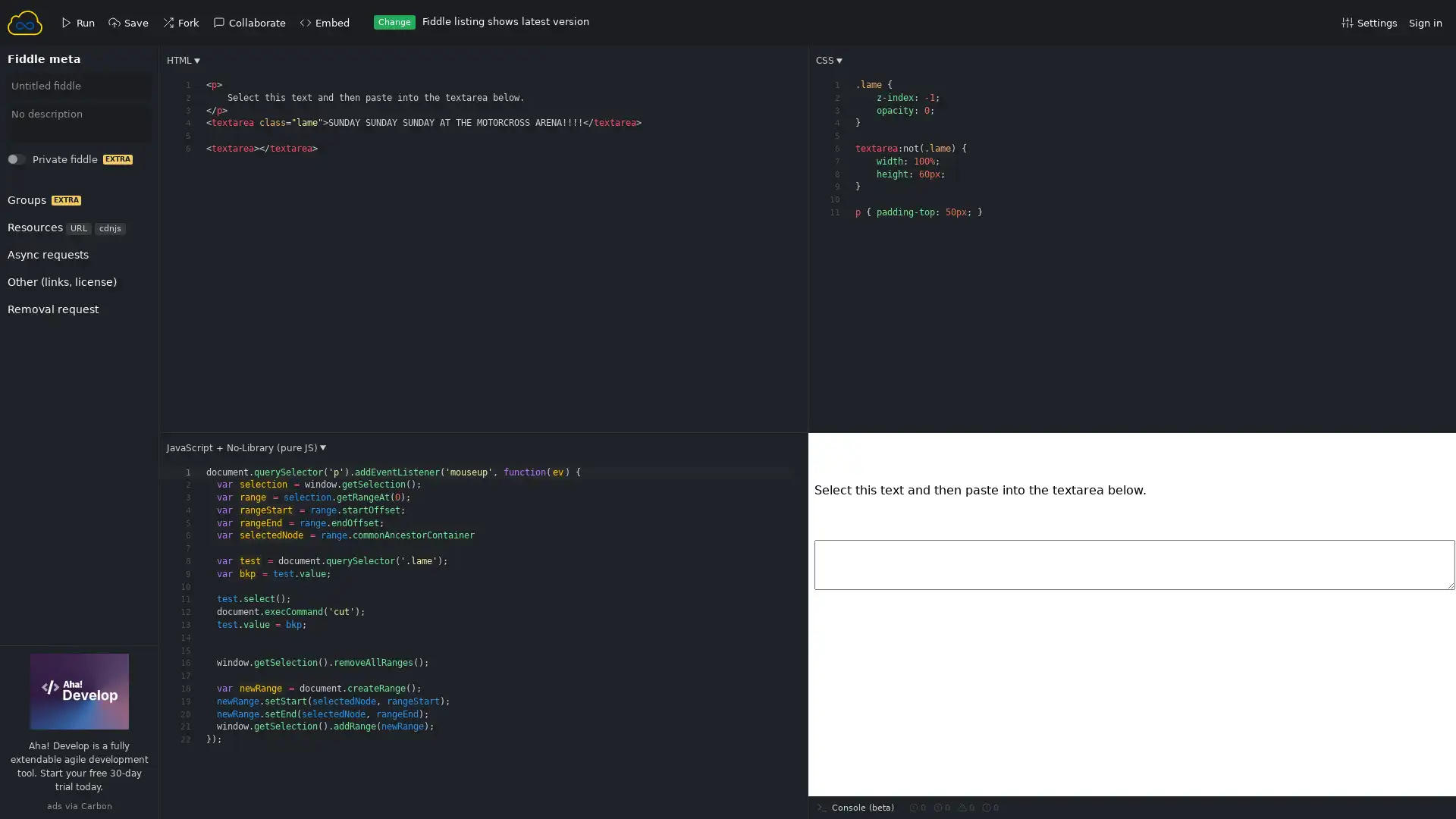 This screenshot has height=819, width=1456. Describe the element at coordinates (32, 163) in the screenshot. I see `Save` at that location.